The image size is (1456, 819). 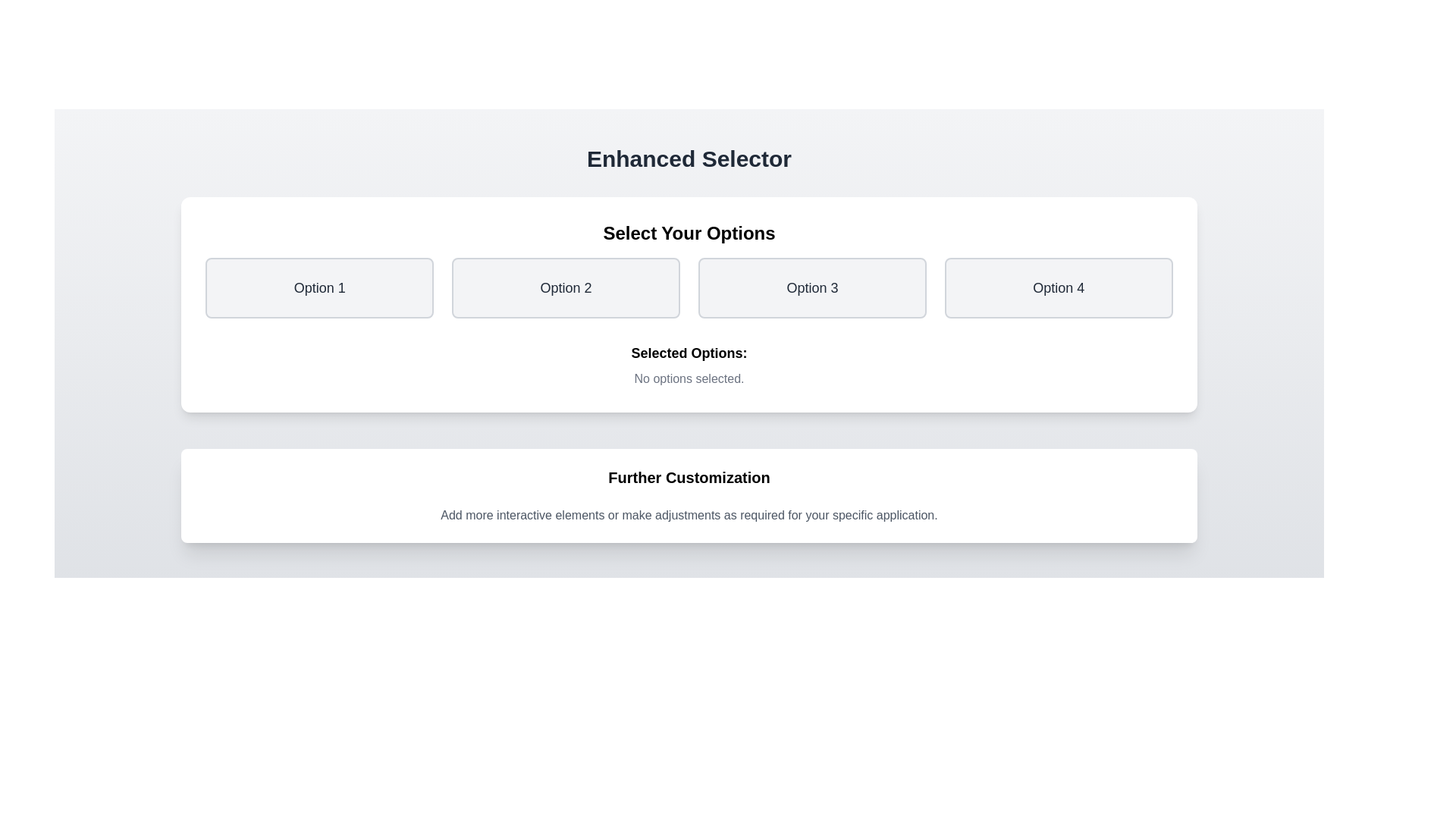 What do you see at coordinates (811, 288) in the screenshot?
I see `the option Option 3` at bounding box center [811, 288].